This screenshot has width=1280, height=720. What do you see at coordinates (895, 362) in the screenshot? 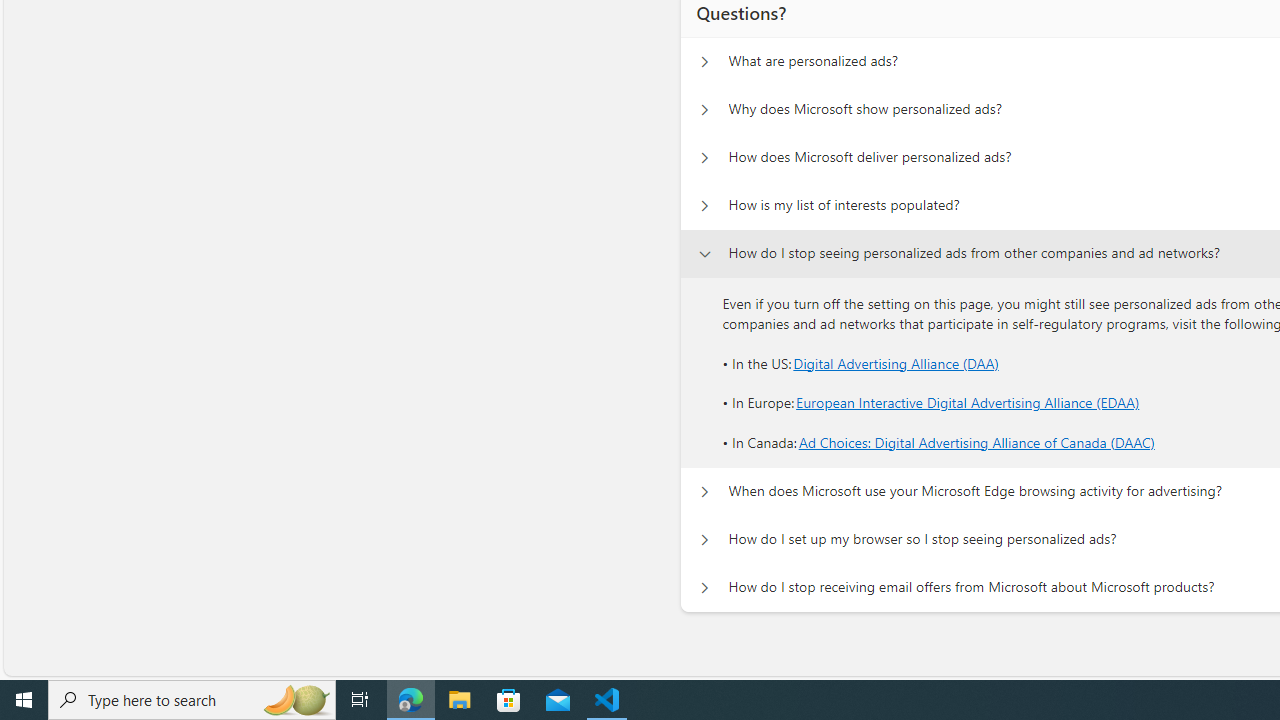
I see `'Digital Advertising Alliance (DAA)'` at bounding box center [895, 362].